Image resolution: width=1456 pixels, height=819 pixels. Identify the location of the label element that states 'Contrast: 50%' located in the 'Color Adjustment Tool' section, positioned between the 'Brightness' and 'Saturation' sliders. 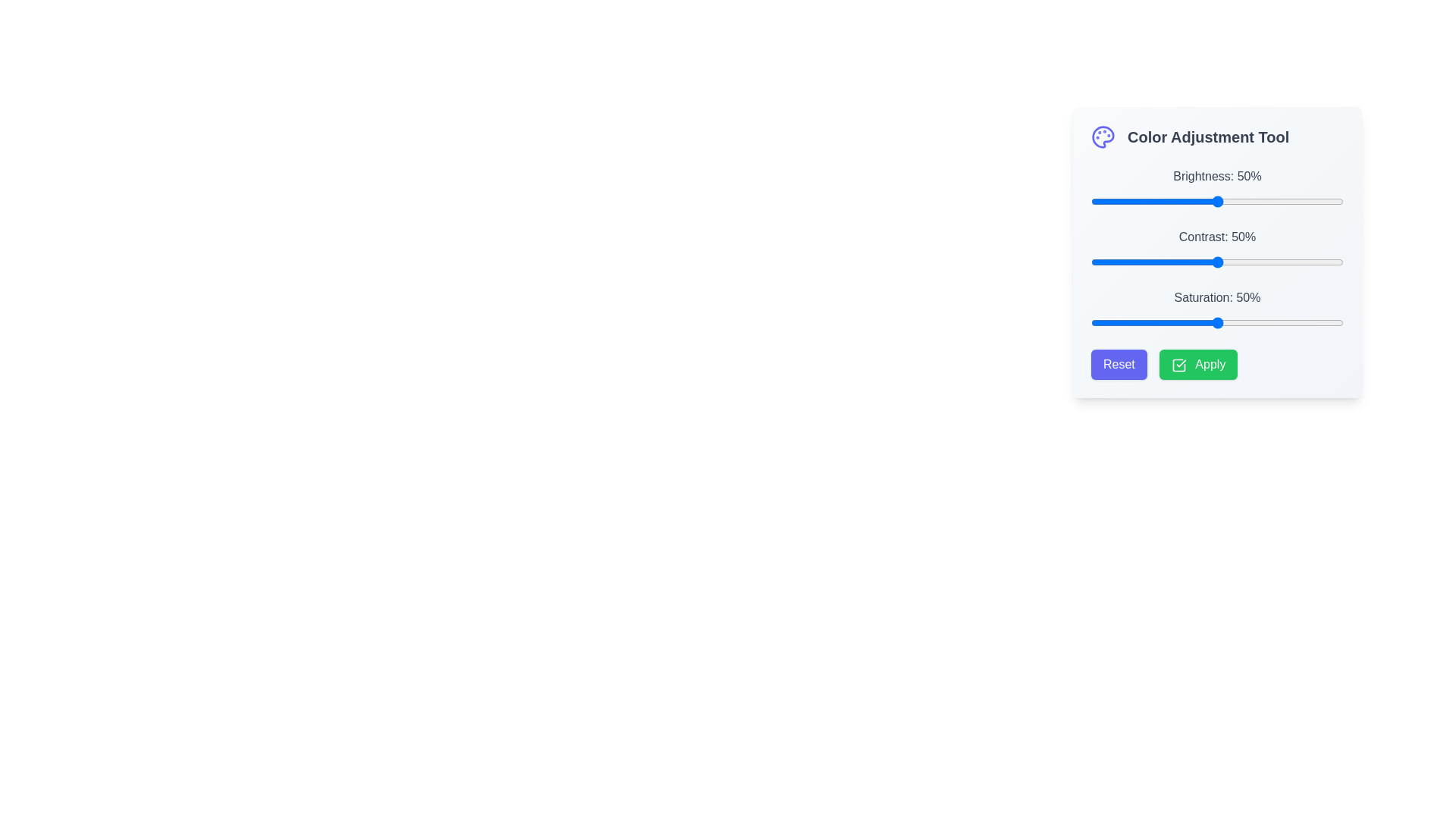
(1217, 237).